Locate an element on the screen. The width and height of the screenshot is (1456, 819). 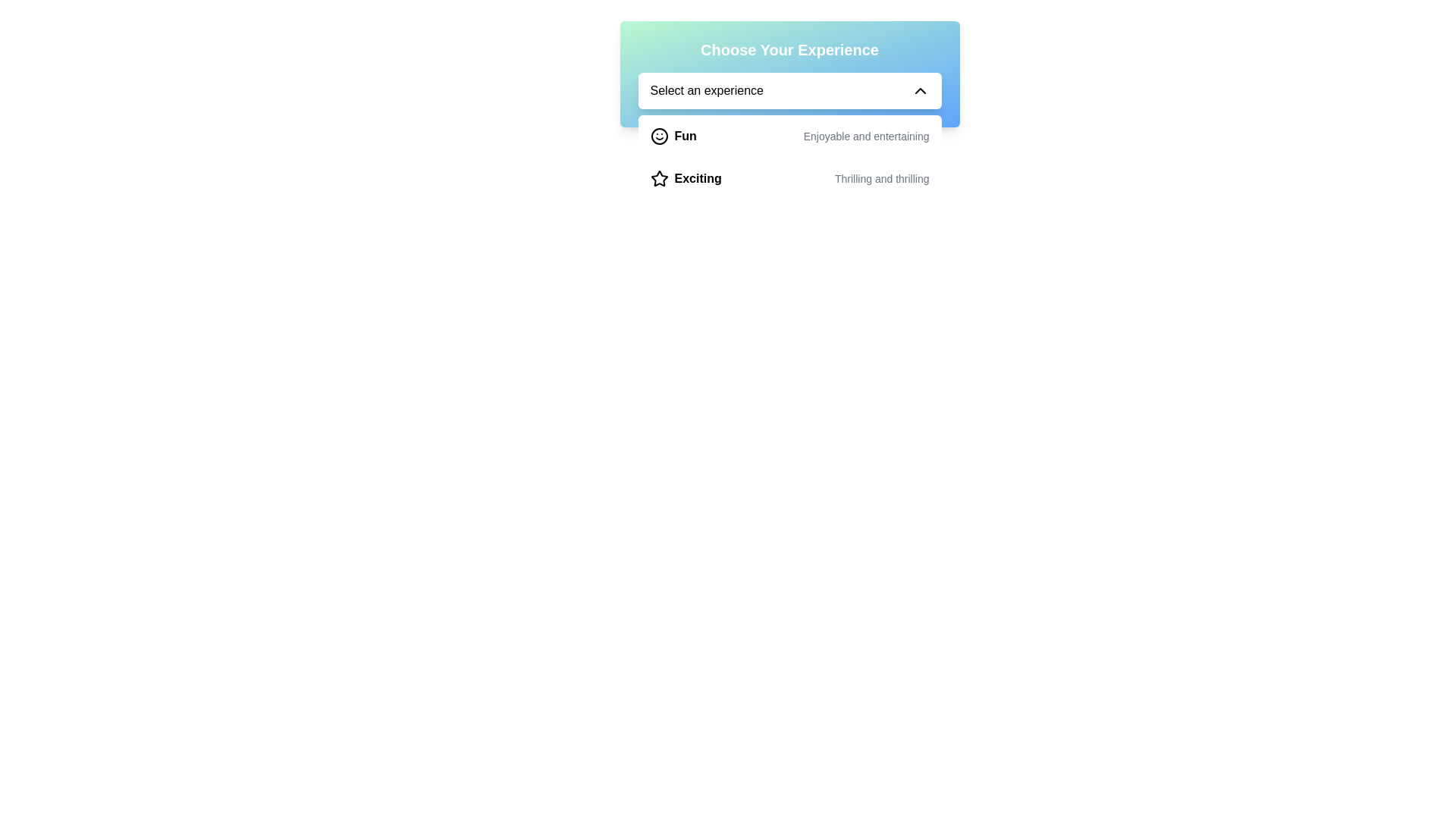
or read the text label that reads 'Fun', which is bold and positioned next to a smiley icon, indicating a cheerful option is located at coordinates (685, 136).